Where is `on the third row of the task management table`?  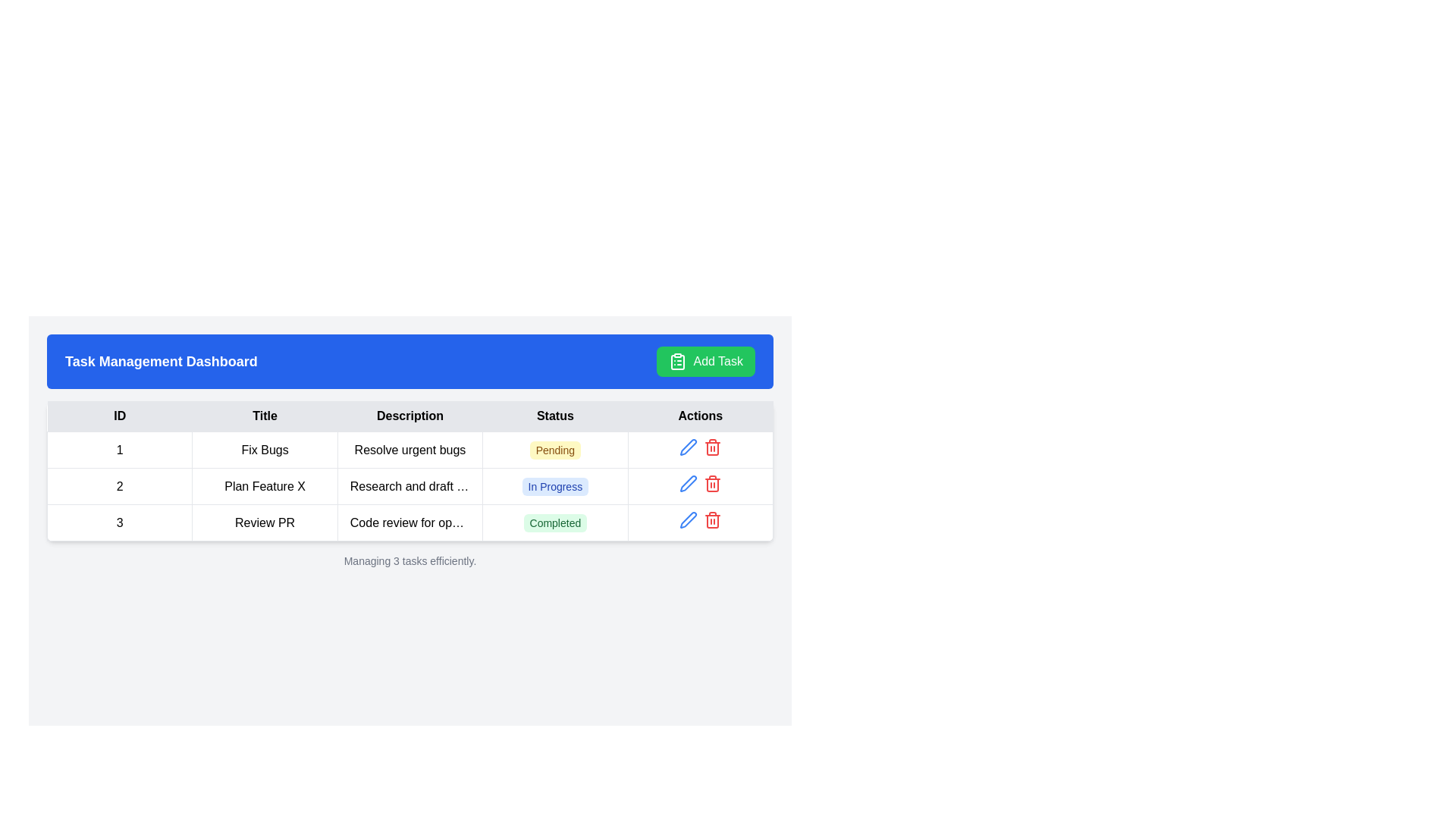
on the third row of the task management table is located at coordinates (410, 522).